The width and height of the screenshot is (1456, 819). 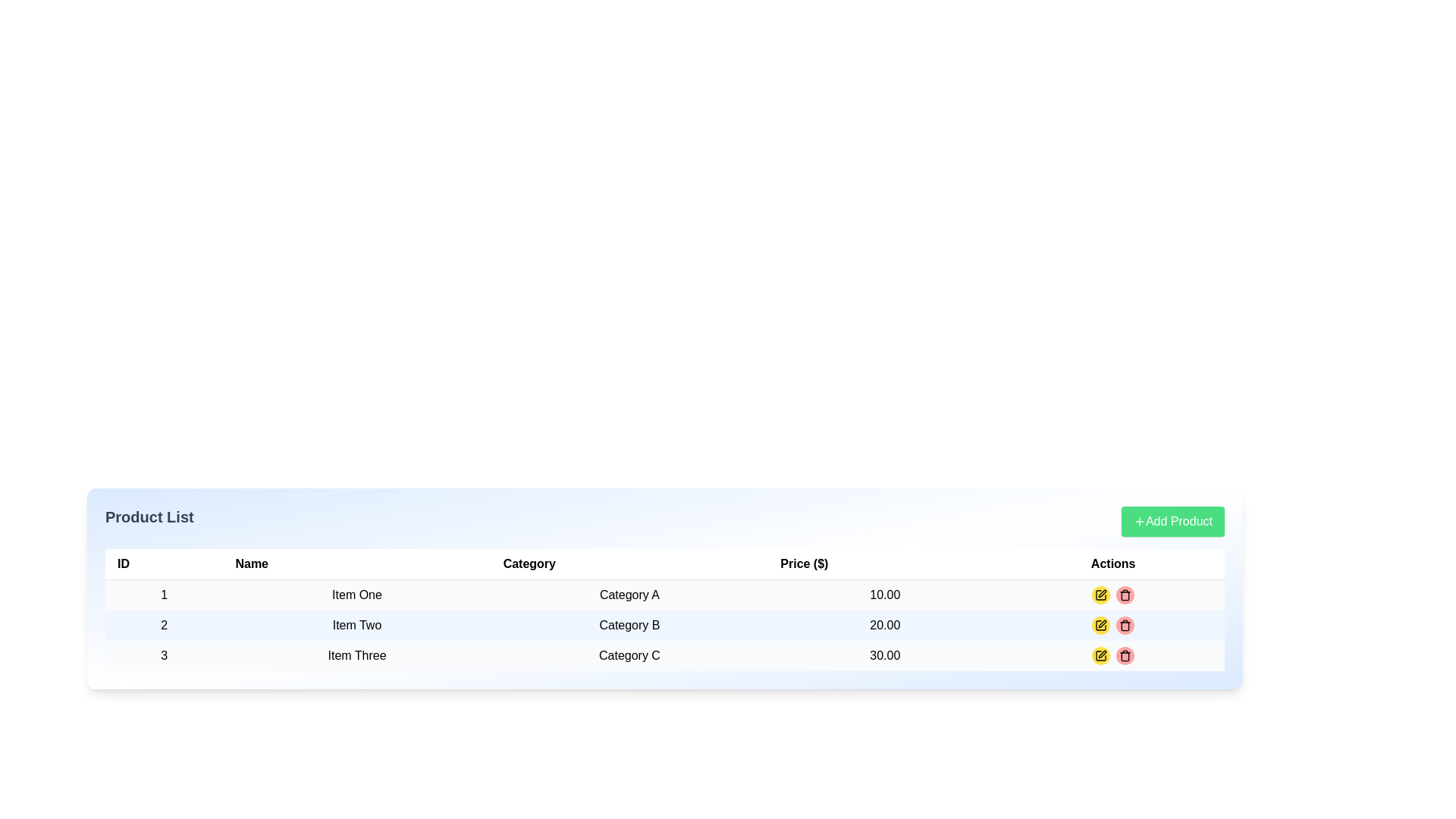 I want to click on the table cell displaying 'Item One' in the second column of the first row under the 'Name' header, so click(x=356, y=594).